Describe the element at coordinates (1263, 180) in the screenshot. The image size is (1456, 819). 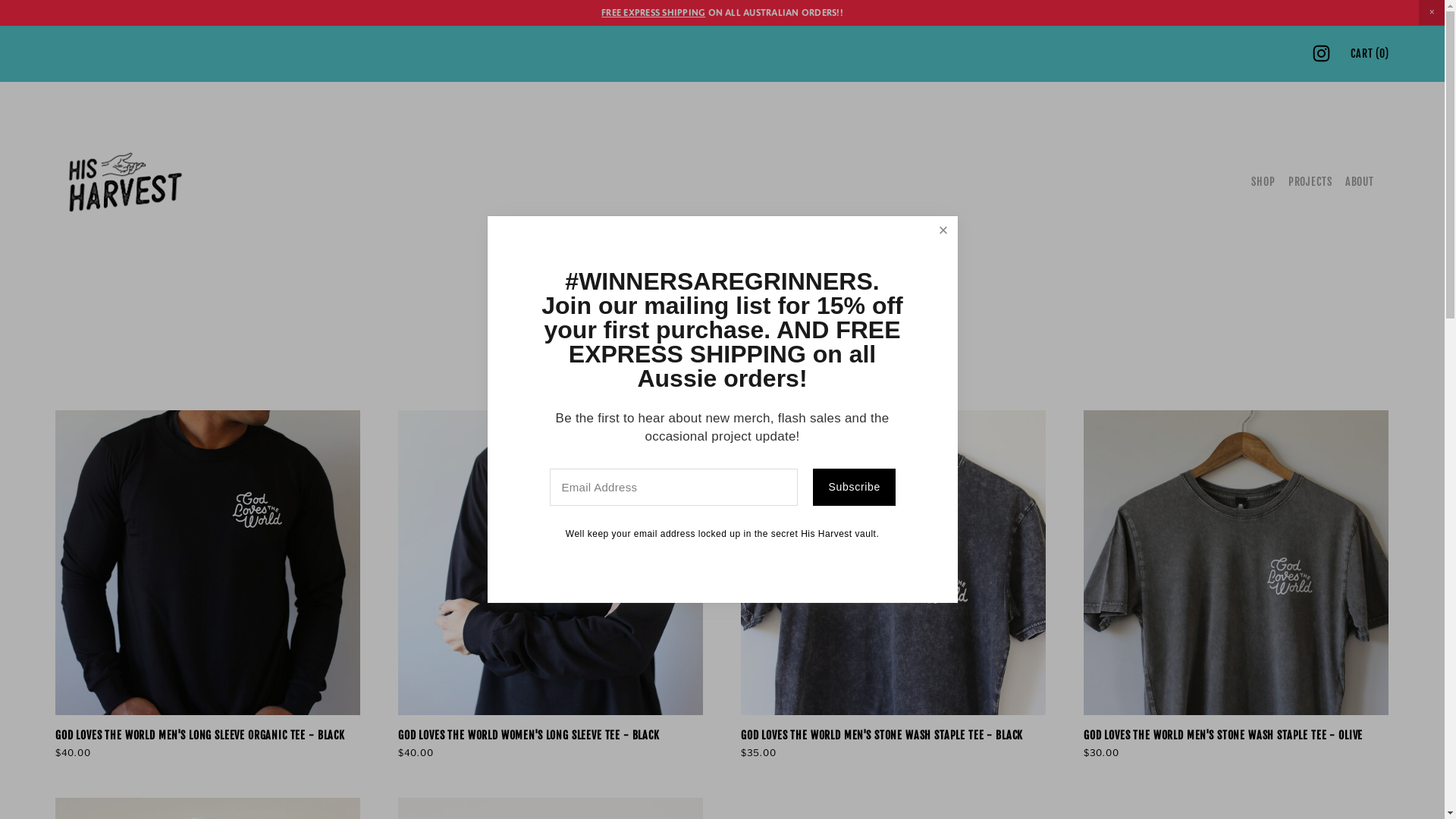
I see `'SHOP'` at that location.